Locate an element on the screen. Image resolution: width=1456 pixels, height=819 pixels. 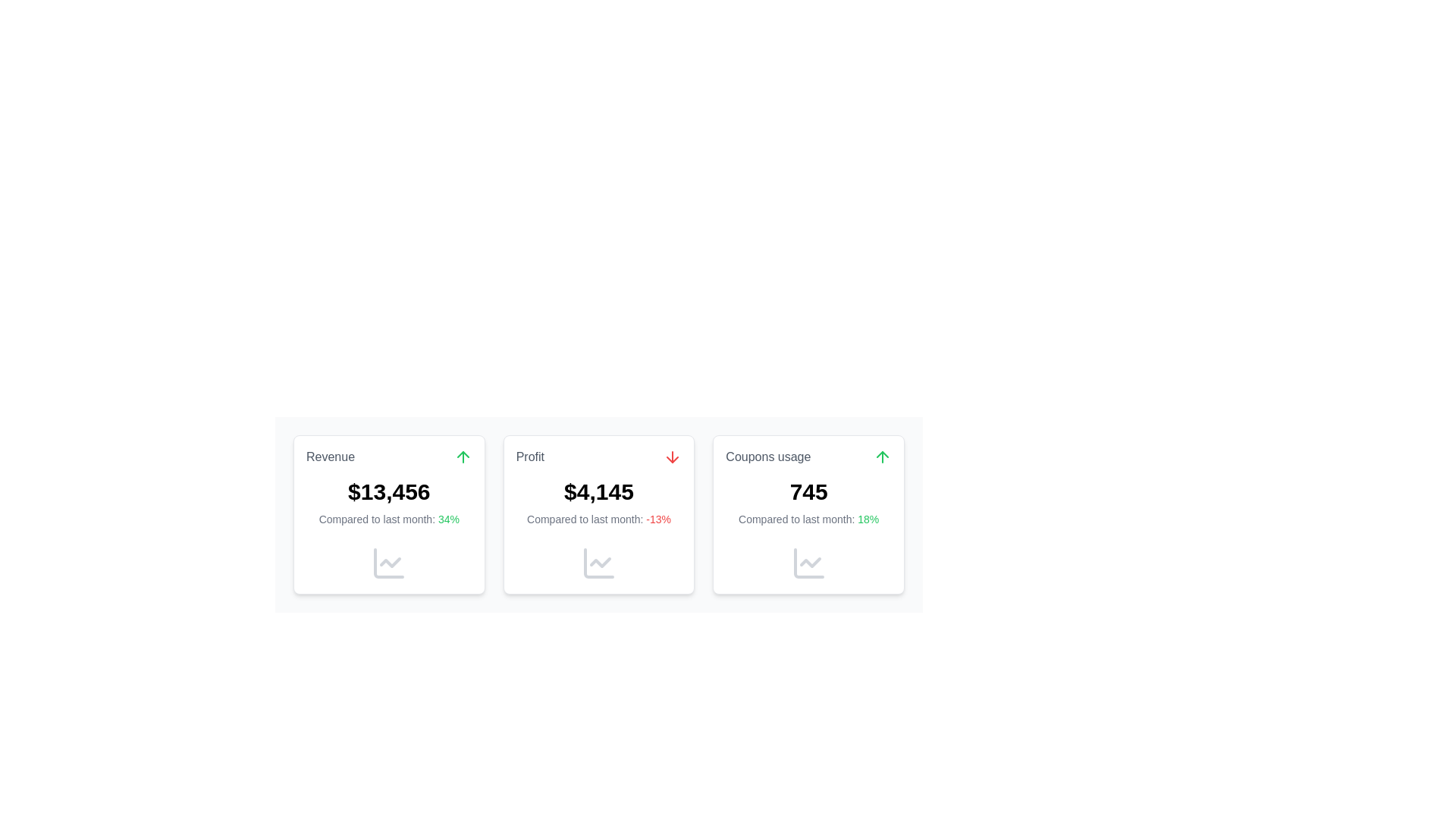
the Label with an icon that serves as a header for the metrics presented within the card, located in the third column of a three-column layout, positioned above a bold numeric indicator ('745') is located at coordinates (808, 456).